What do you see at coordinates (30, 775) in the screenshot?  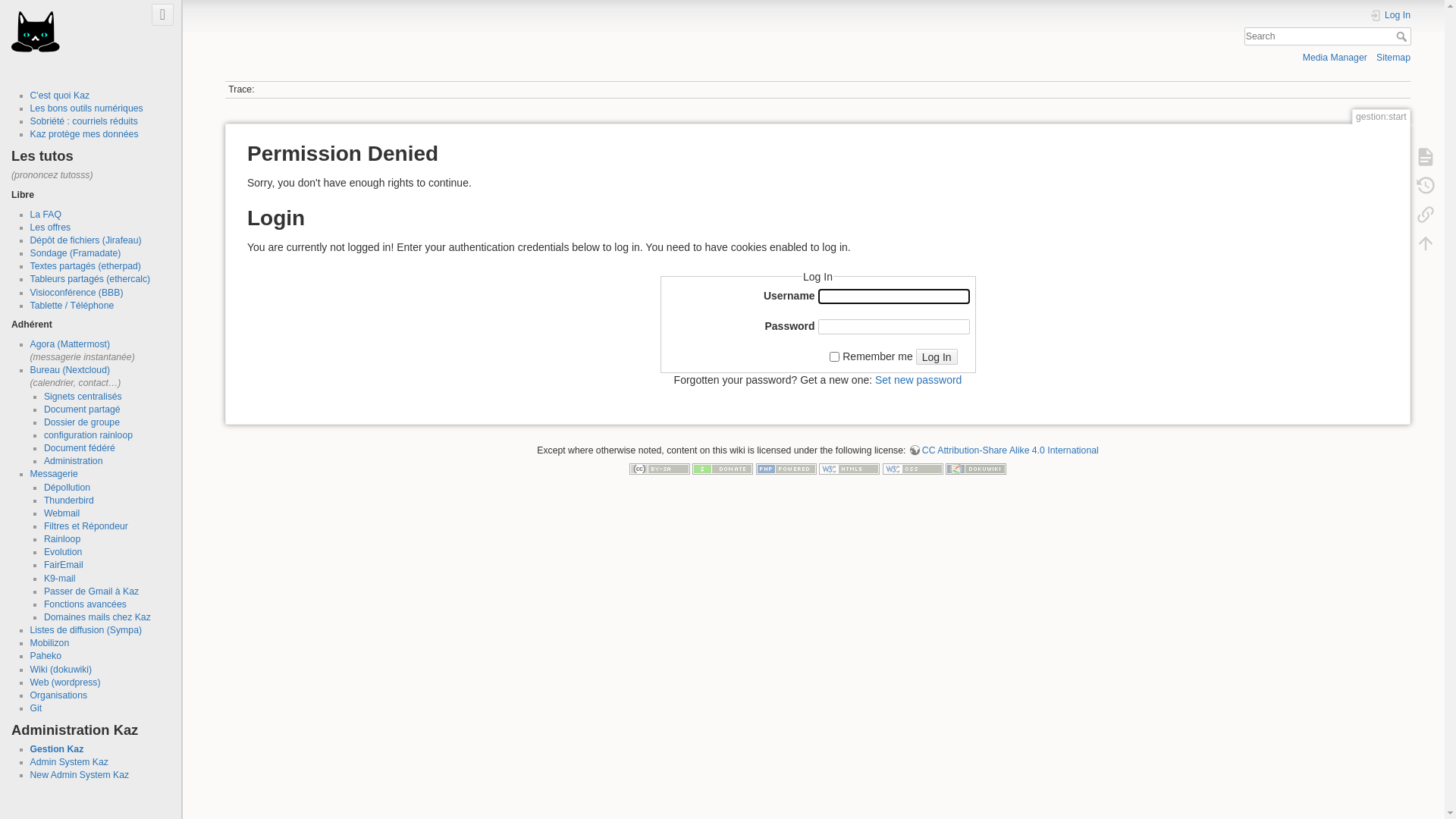 I see `'New Admin System Kaz'` at bounding box center [30, 775].